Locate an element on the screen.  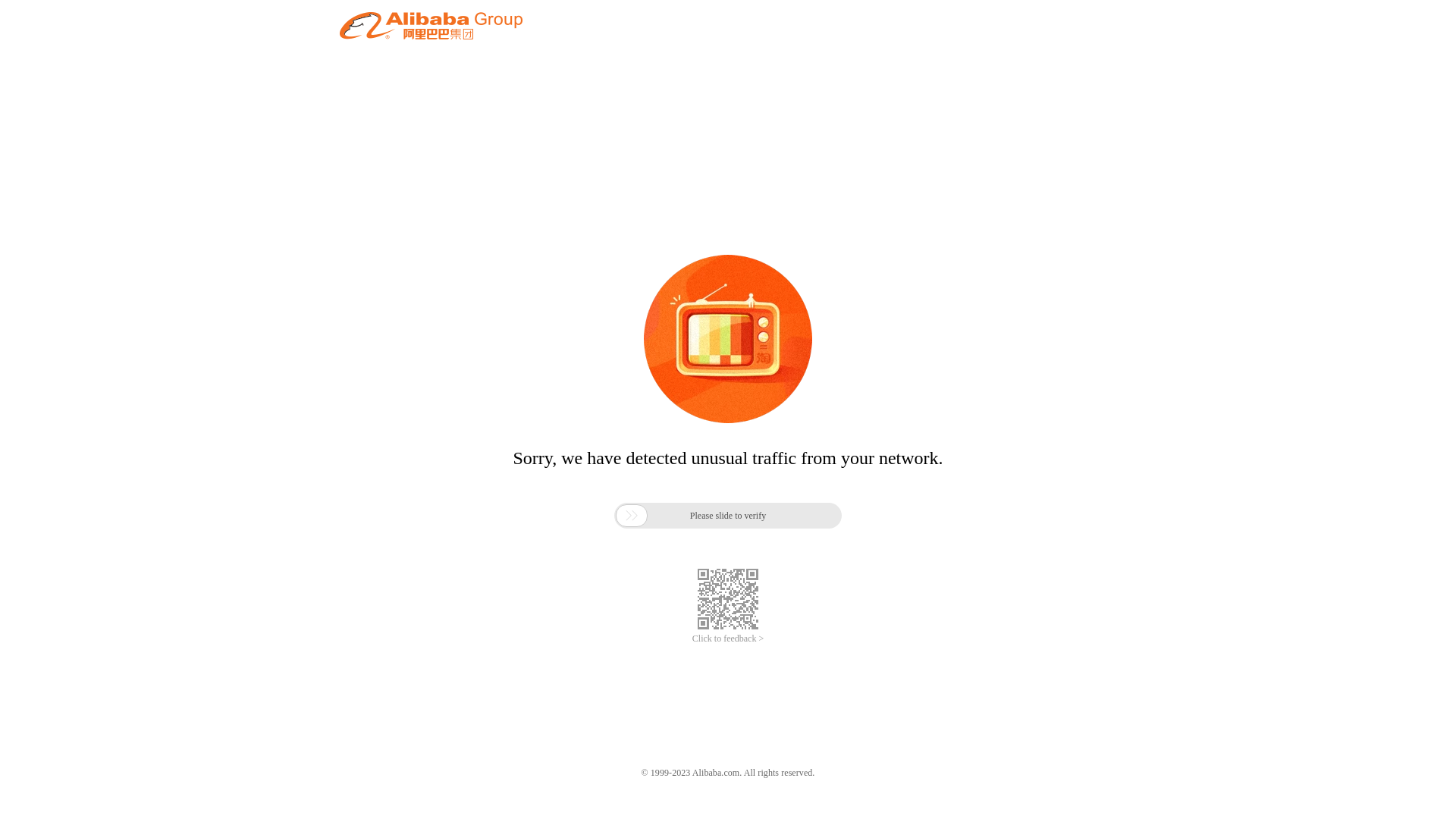
'Click to feedback >' is located at coordinates (691, 639).